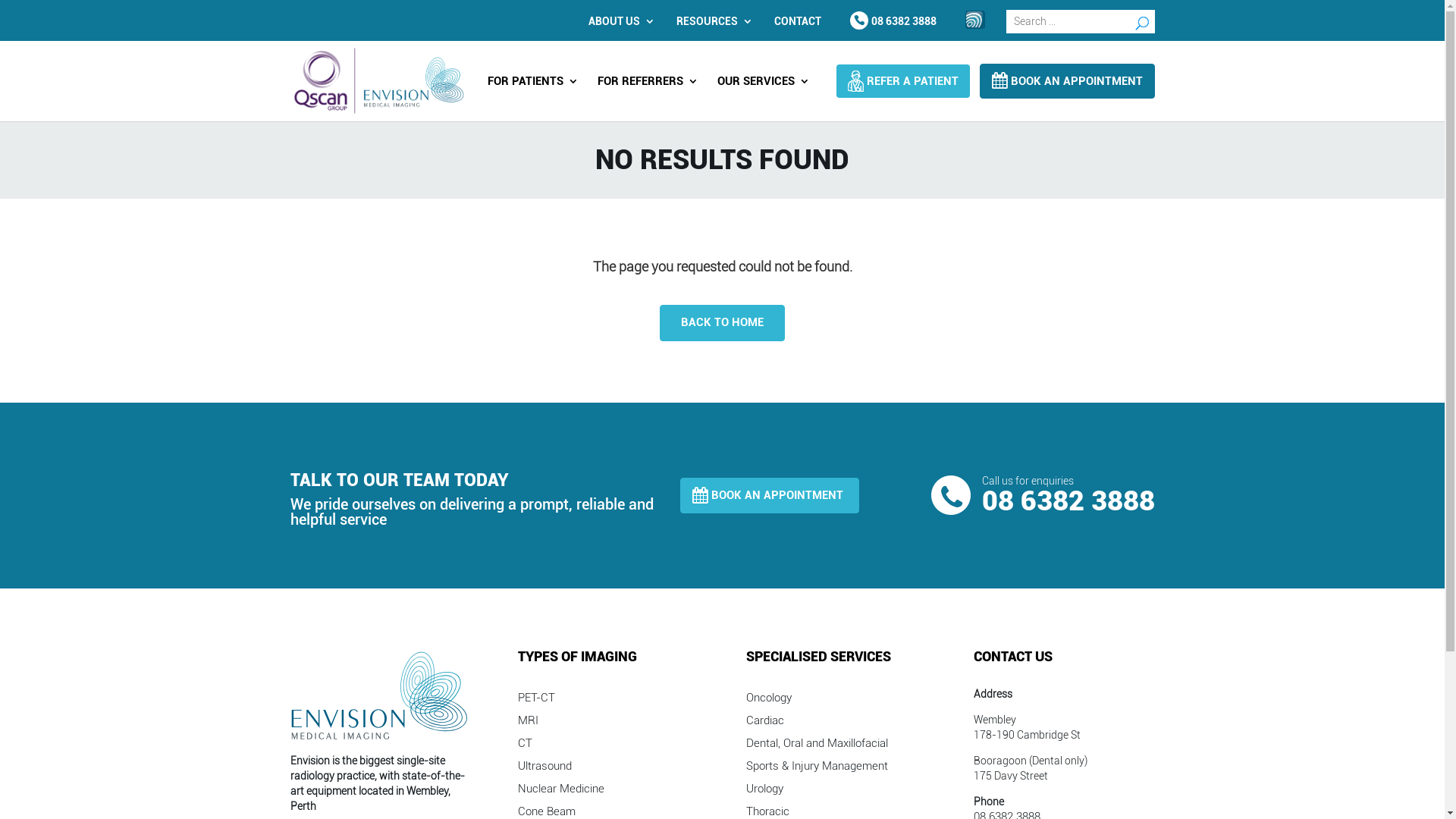 Image resolution: width=1456 pixels, height=819 pixels. What do you see at coordinates (536, 701) in the screenshot?
I see `'PET-CT'` at bounding box center [536, 701].